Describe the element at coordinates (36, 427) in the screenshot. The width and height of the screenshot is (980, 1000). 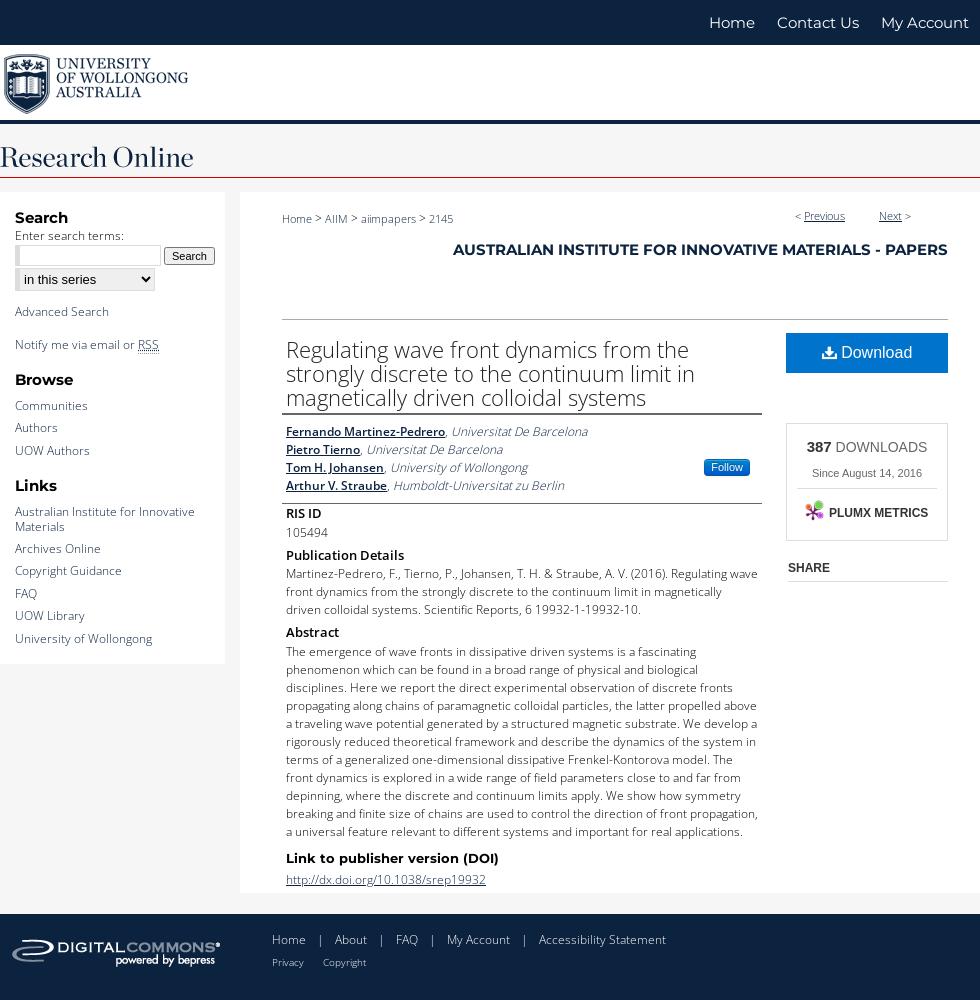
I see `'Authors'` at that location.